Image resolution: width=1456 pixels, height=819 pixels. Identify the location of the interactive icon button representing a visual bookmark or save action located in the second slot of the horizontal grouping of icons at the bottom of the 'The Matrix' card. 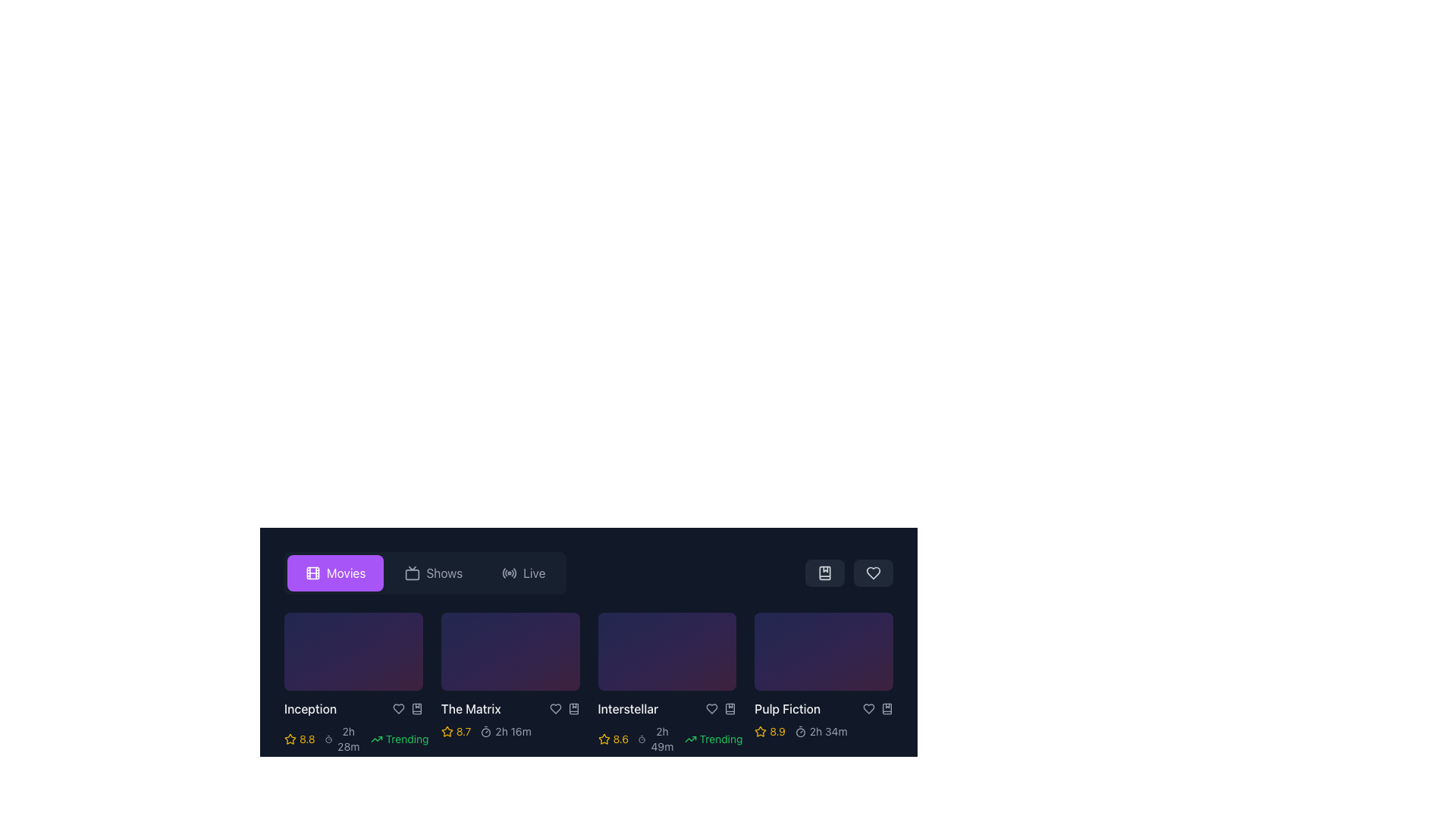
(416, 708).